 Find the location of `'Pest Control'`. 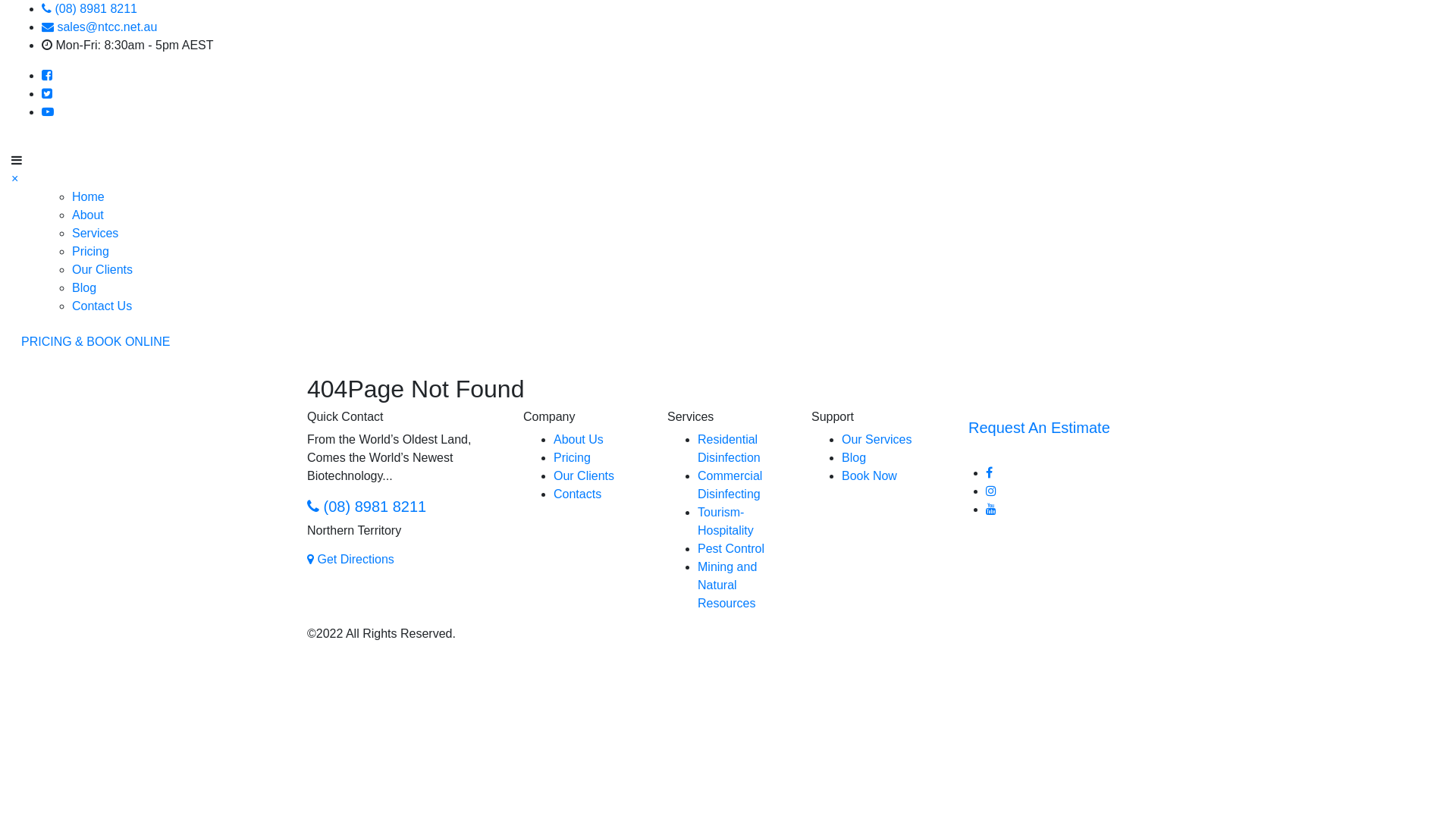

'Pest Control' is located at coordinates (697, 548).